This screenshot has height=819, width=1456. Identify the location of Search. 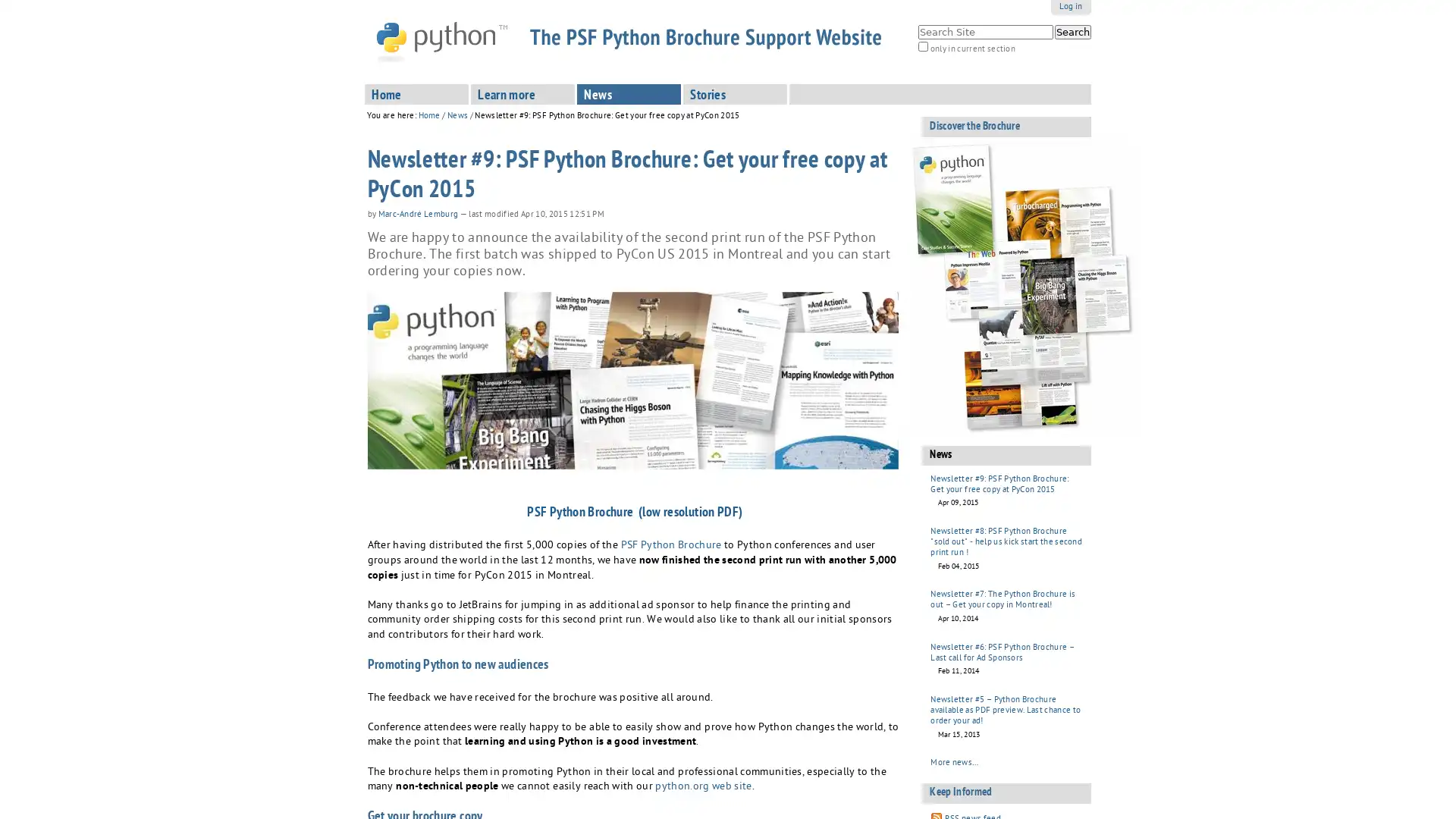
(1072, 32).